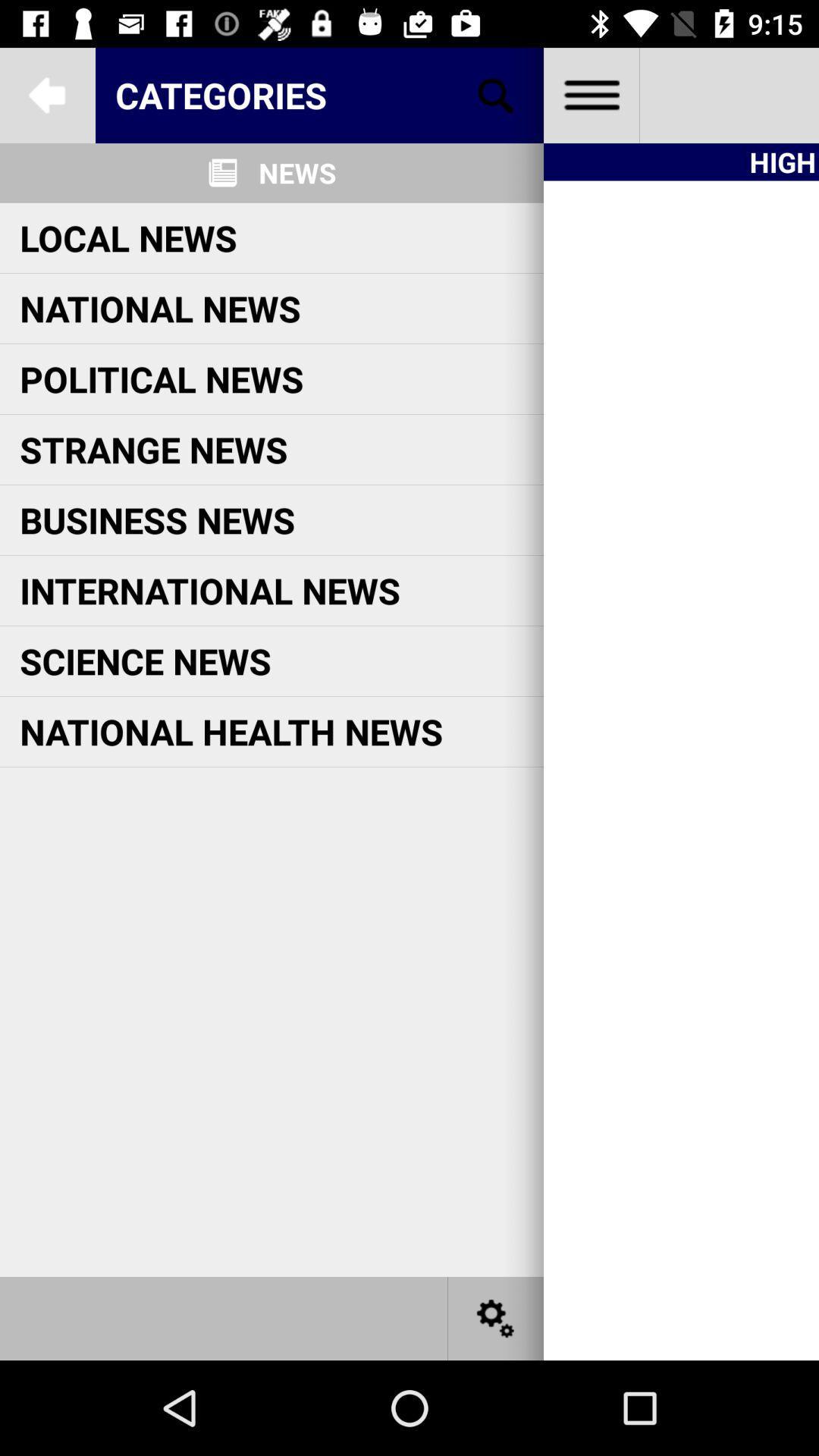  What do you see at coordinates (318, 94) in the screenshot?
I see `categories which is above news` at bounding box center [318, 94].